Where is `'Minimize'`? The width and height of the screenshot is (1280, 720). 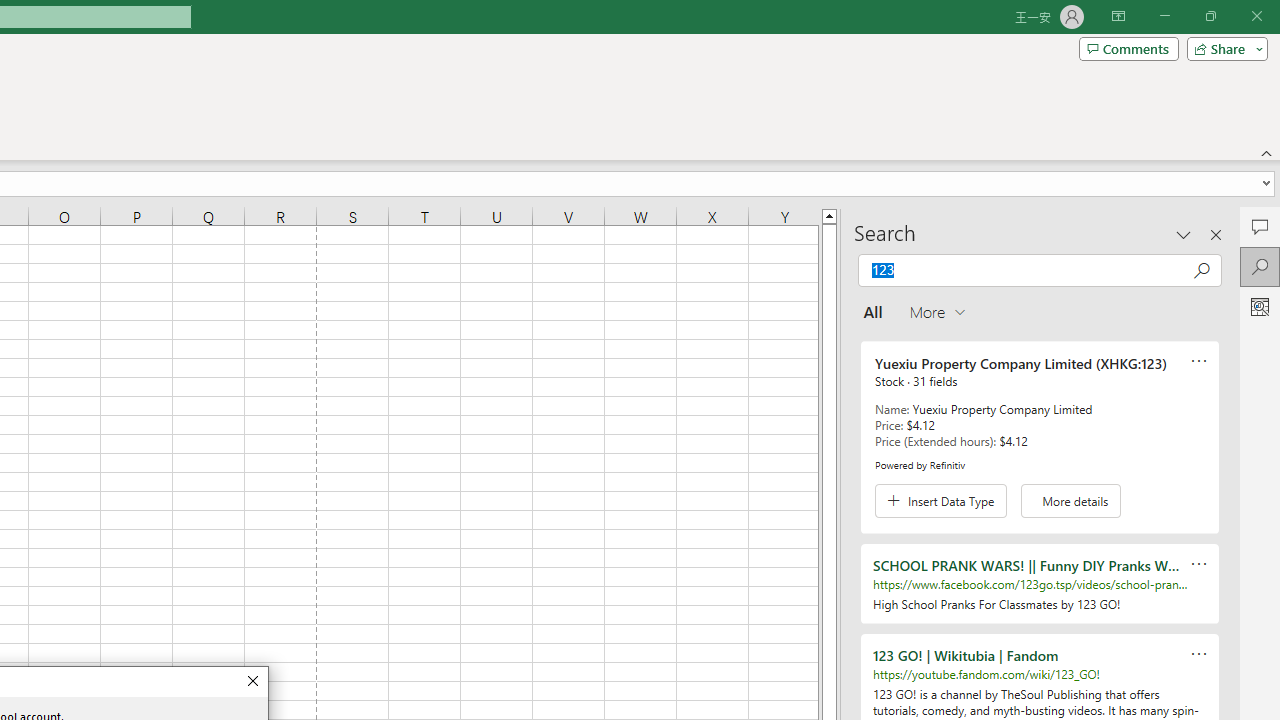 'Minimize' is located at coordinates (1164, 16).